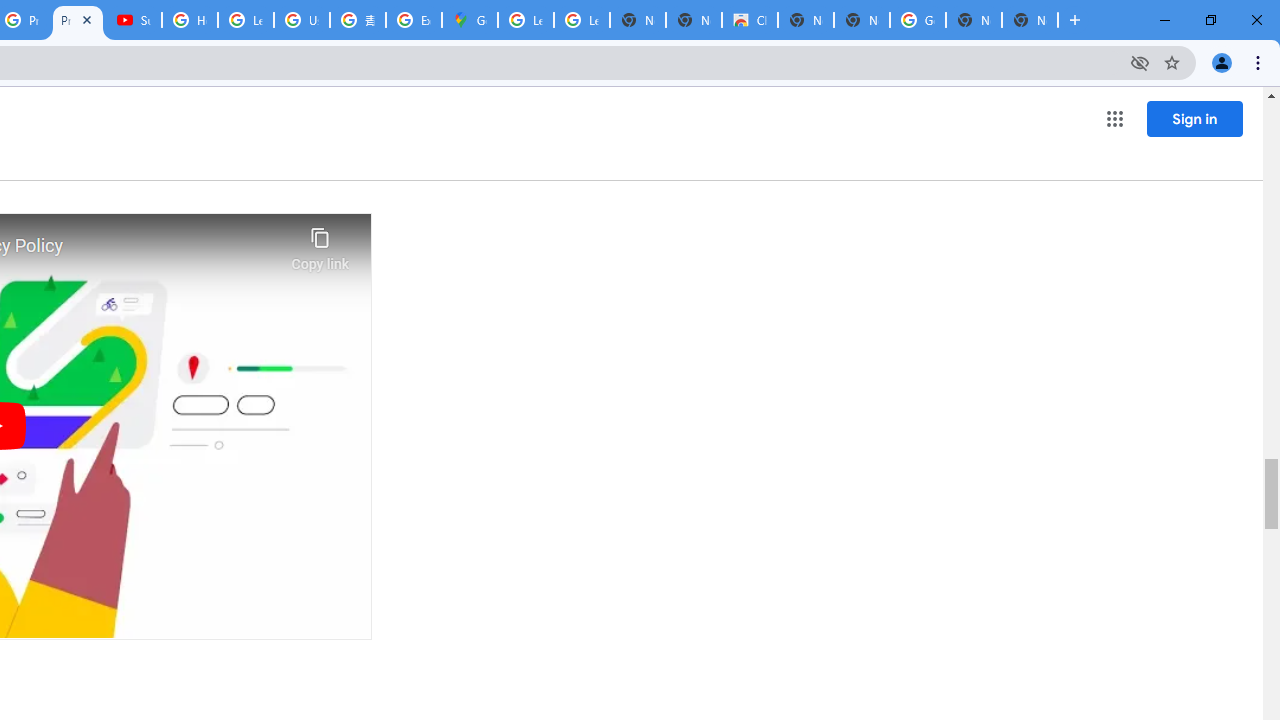  What do you see at coordinates (133, 20) in the screenshot?
I see `'Subscriptions - YouTube'` at bounding box center [133, 20].